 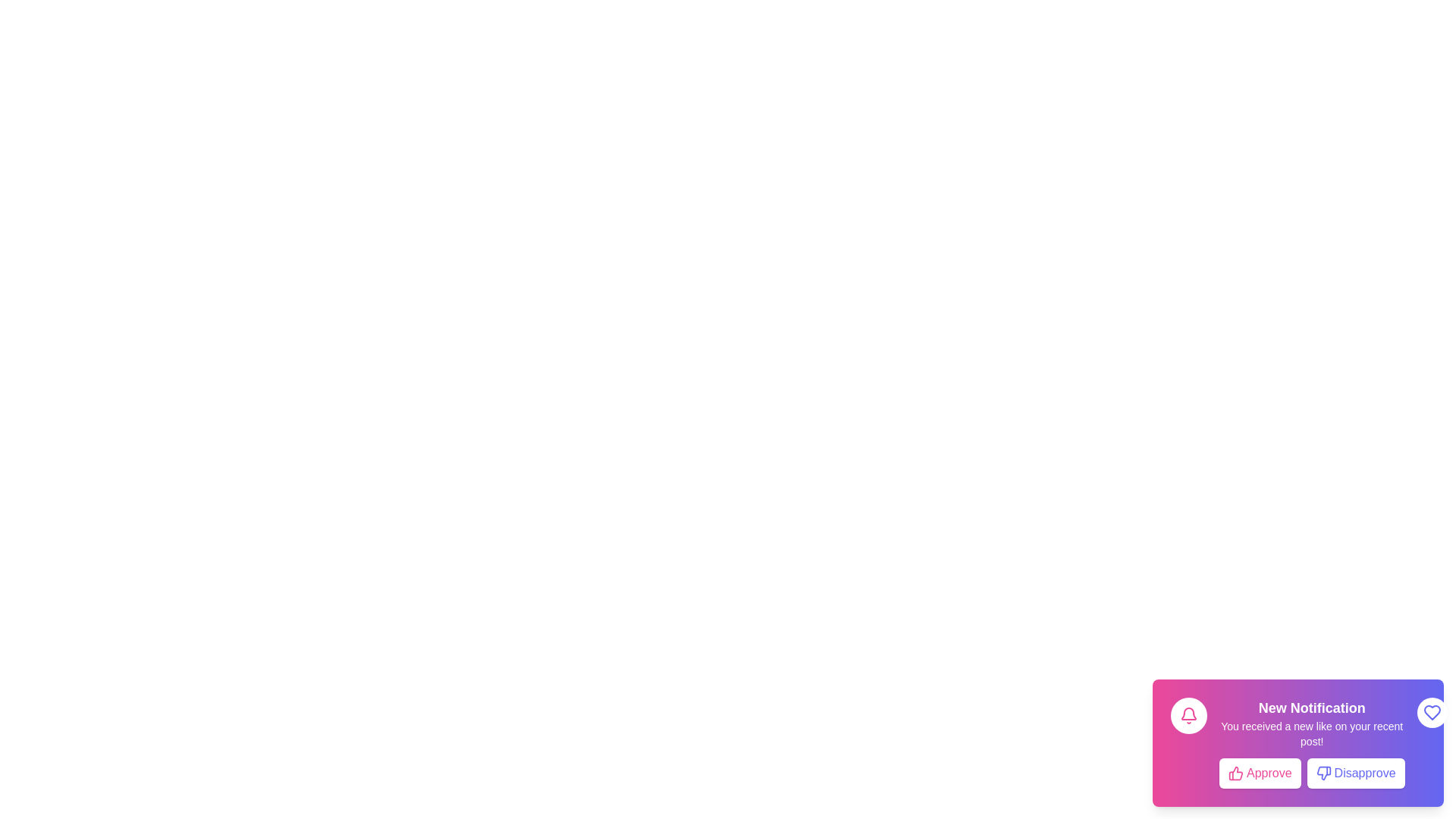 I want to click on the 'Approve' button to approve the notification, so click(x=1259, y=773).